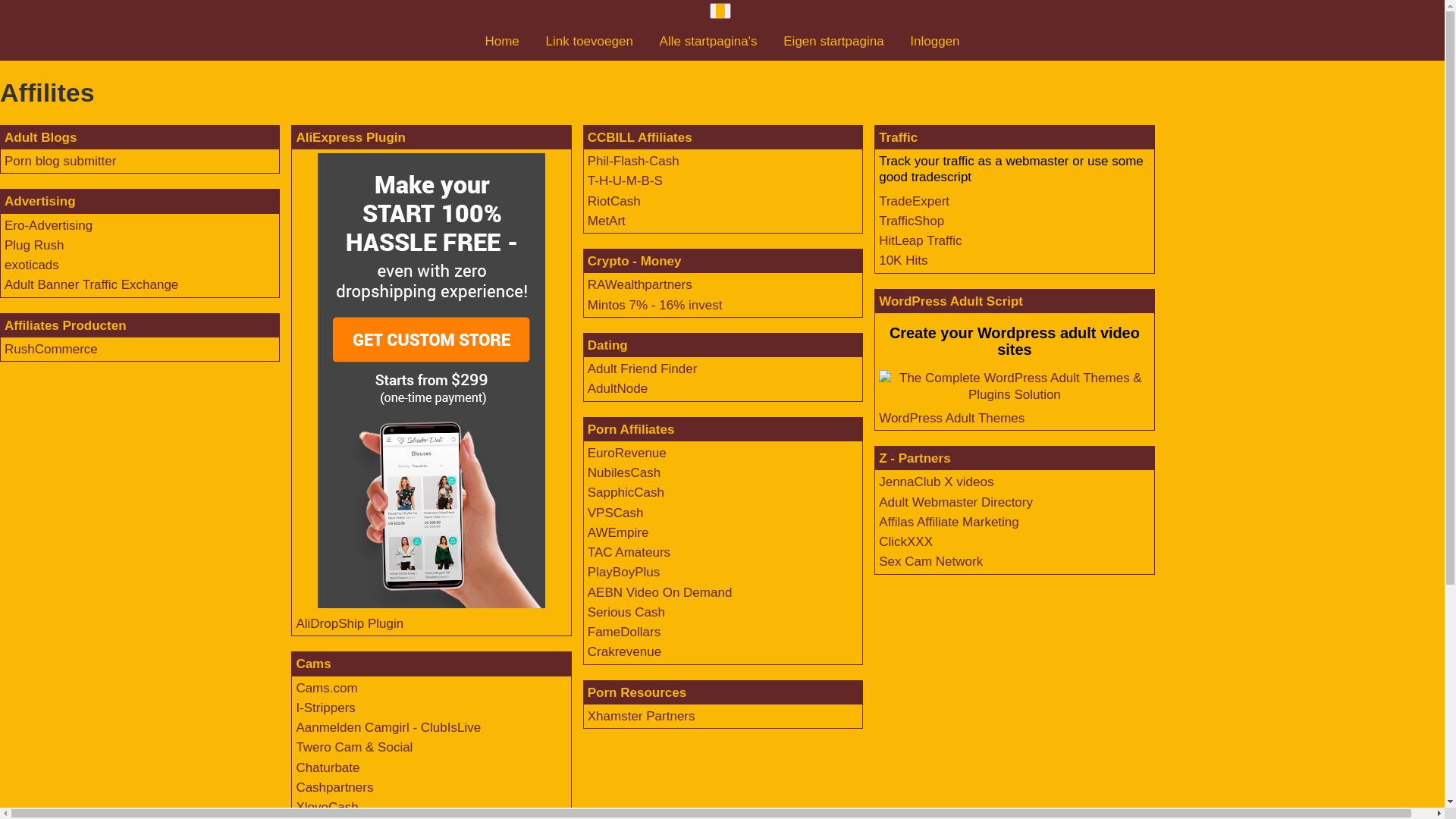 The image size is (1456, 819). I want to click on 'Affiliates Producten', so click(64, 325).